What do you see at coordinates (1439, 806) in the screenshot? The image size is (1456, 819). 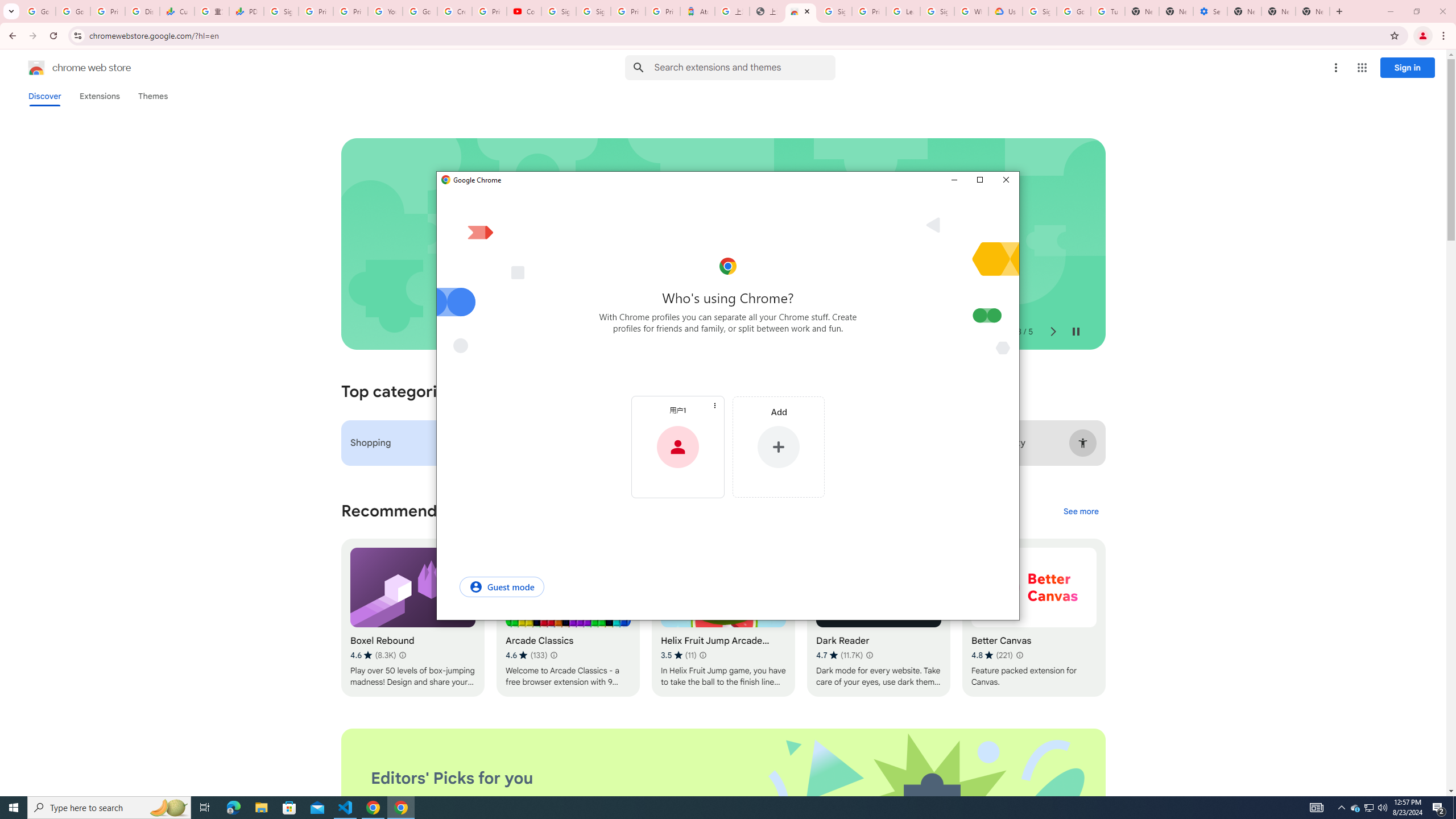 I see `'Action Center, 2 new notifications'` at bounding box center [1439, 806].